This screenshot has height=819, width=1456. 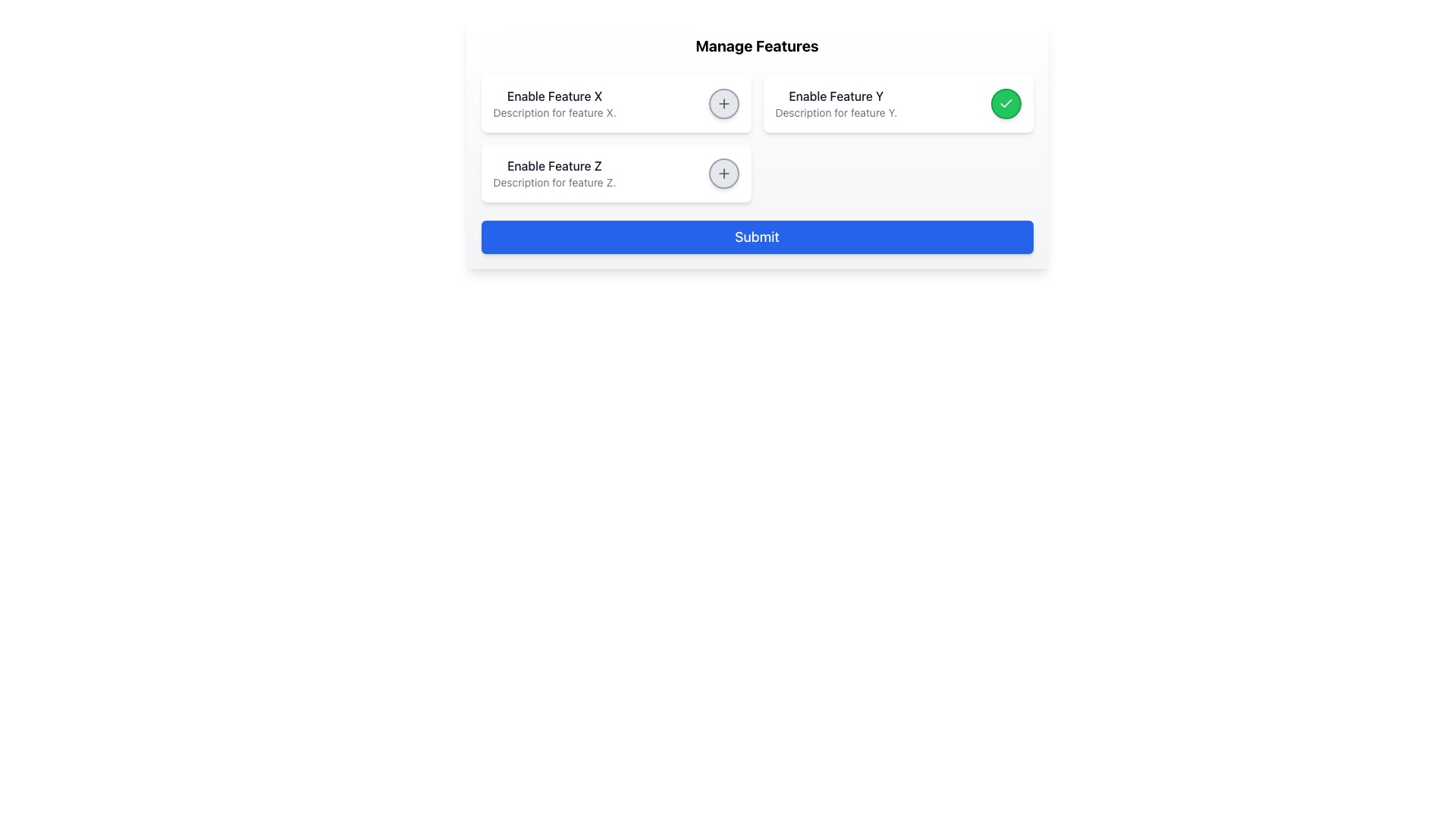 What do you see at coordinates (1006, 103) in the screenshot?
I see `the checkmark icon within the green circular background located at the top right corner of the 'Enable Feature Y' card` at bounding box center [1006, 103].